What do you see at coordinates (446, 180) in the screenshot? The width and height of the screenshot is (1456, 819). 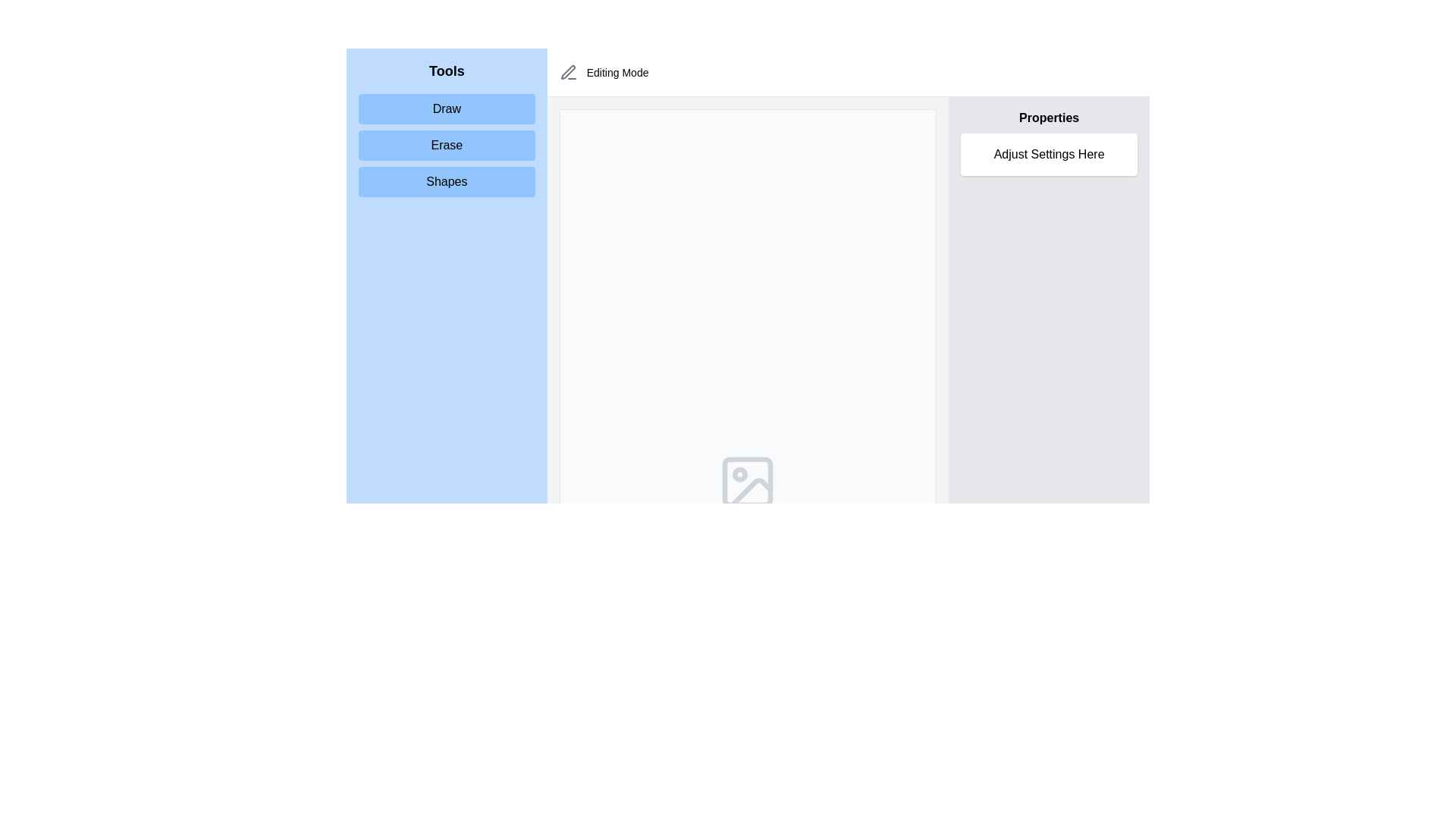 I see `the third button in the vertical list under the 'Tools' heading` at bounding box center [446, 180].